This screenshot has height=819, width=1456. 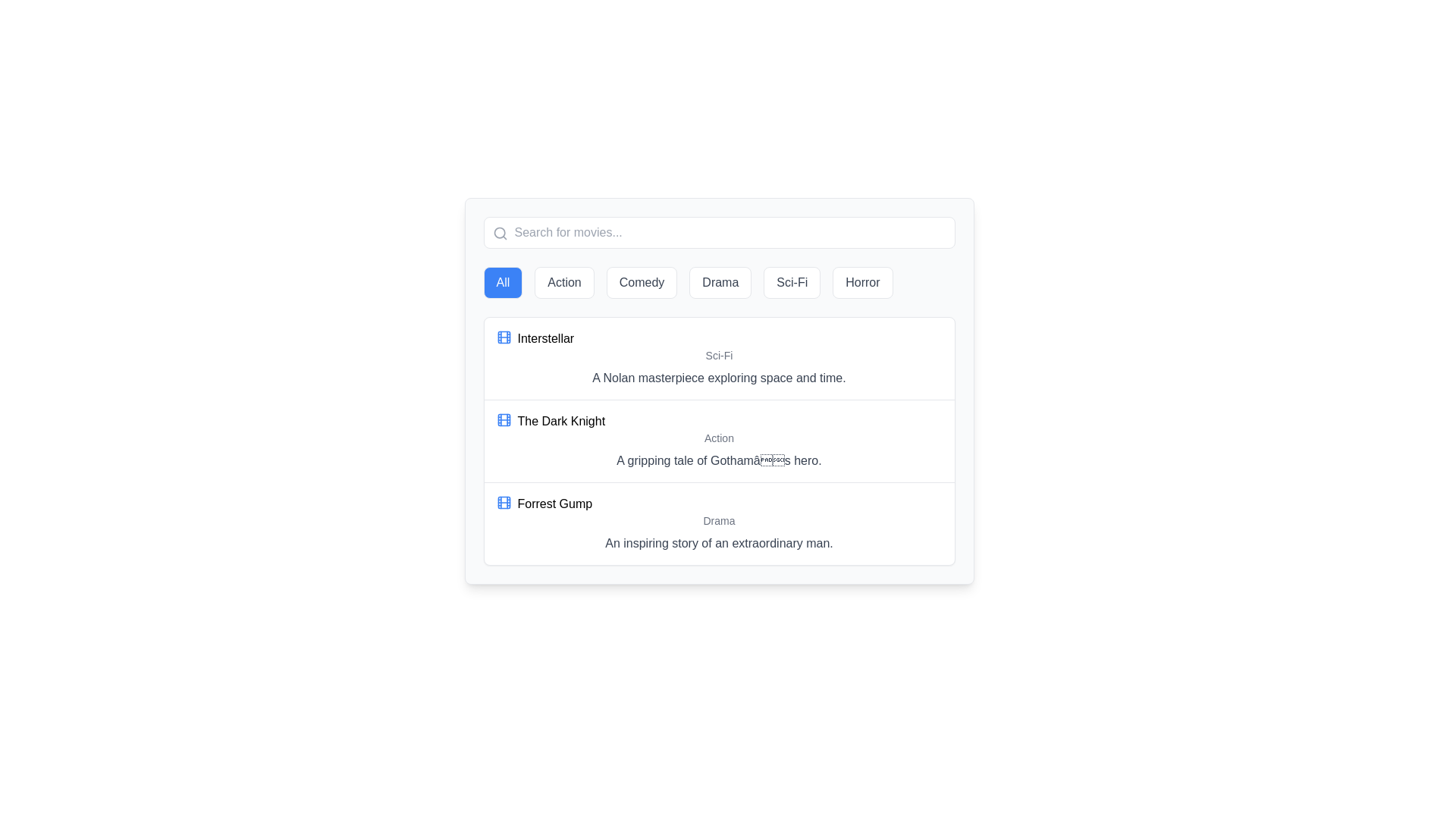 I want to click on the blue-bordered filmstrip icon located at the leftmost side of the row for 'The Dark Knight', so click(x=504, y=420).